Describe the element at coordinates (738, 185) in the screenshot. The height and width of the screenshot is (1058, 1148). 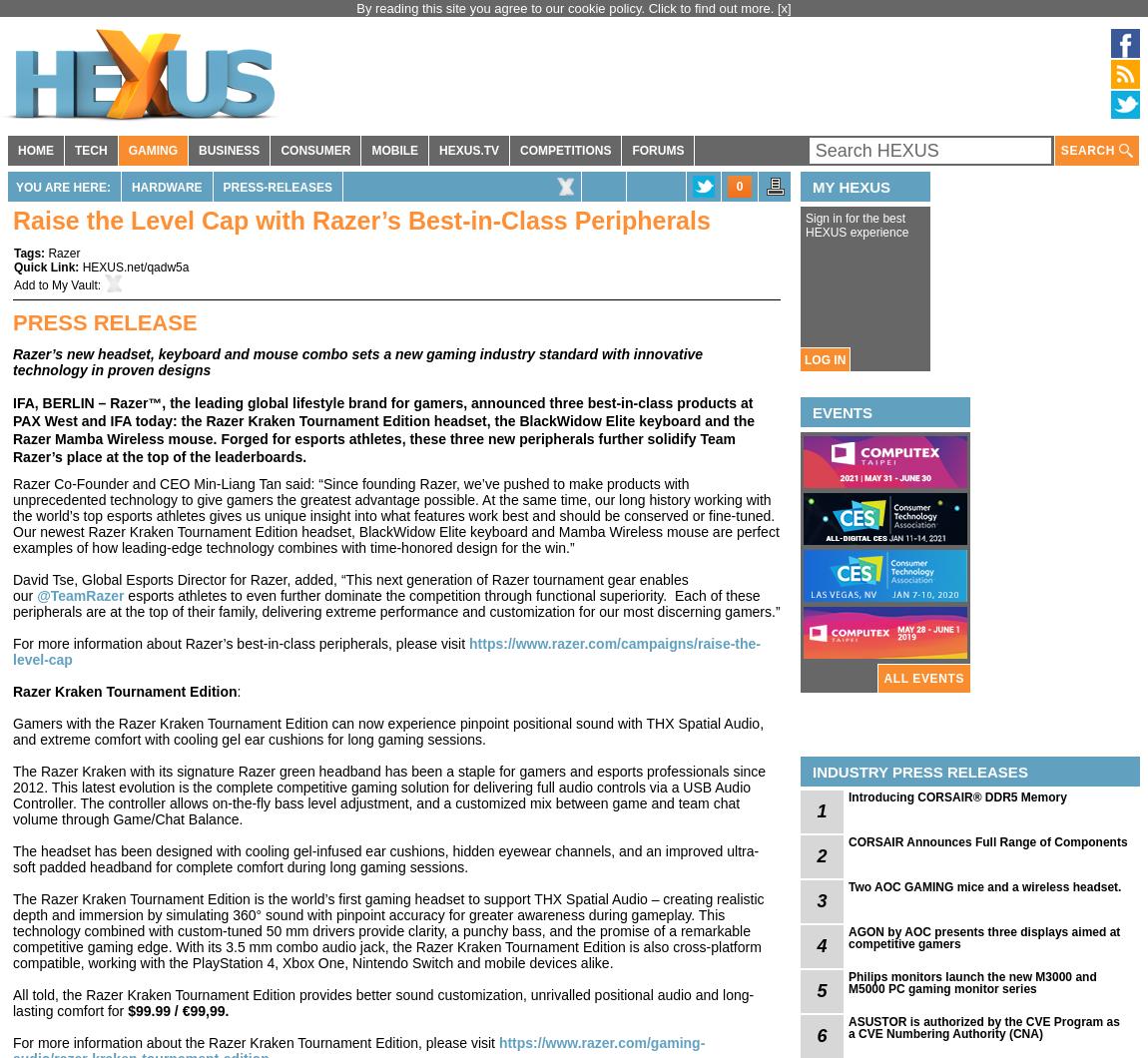
I see `'0'` at that location.